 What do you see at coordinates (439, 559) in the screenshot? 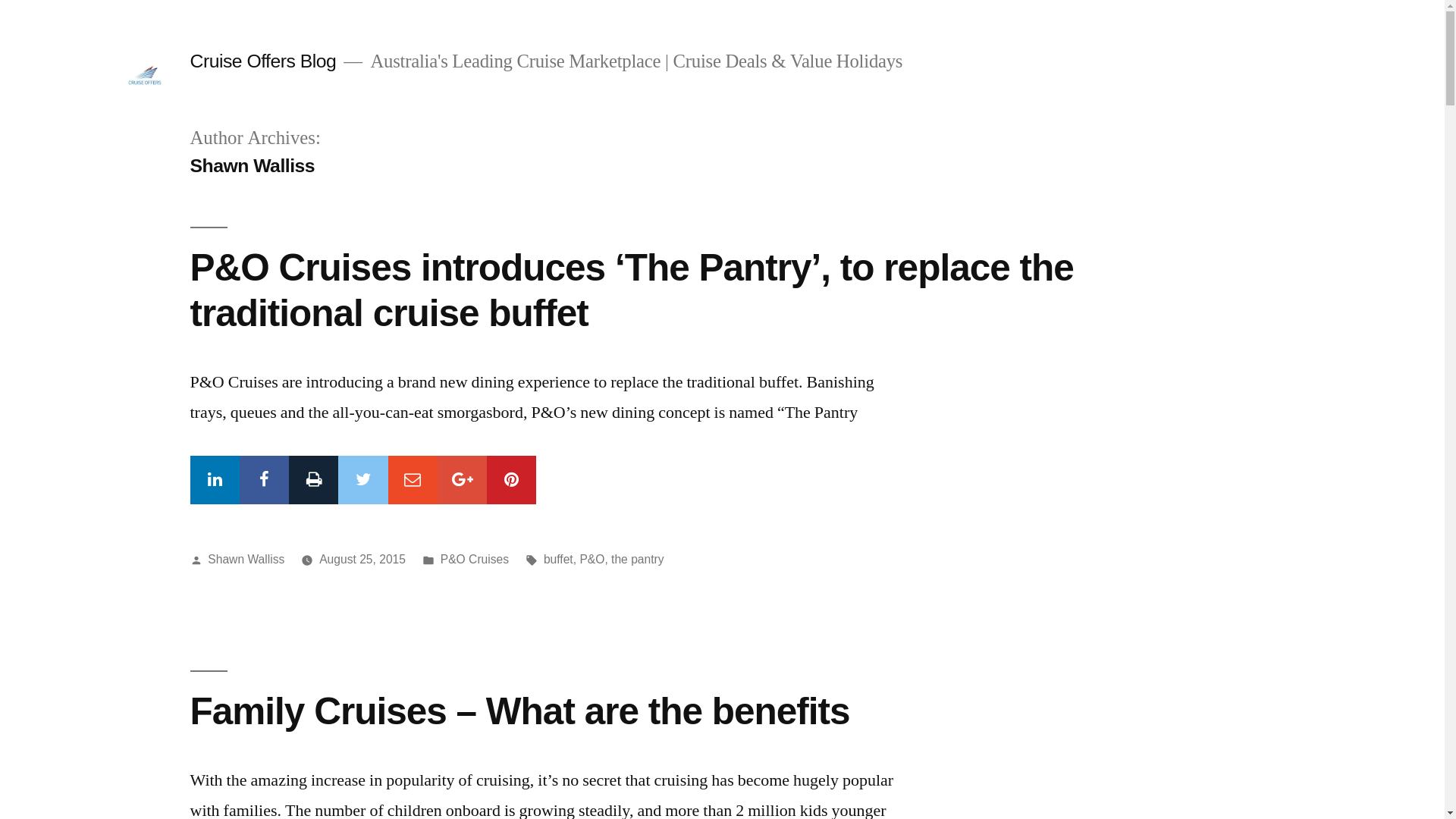
I see `'P&O Cruises'` at bounding box center [439, 559].